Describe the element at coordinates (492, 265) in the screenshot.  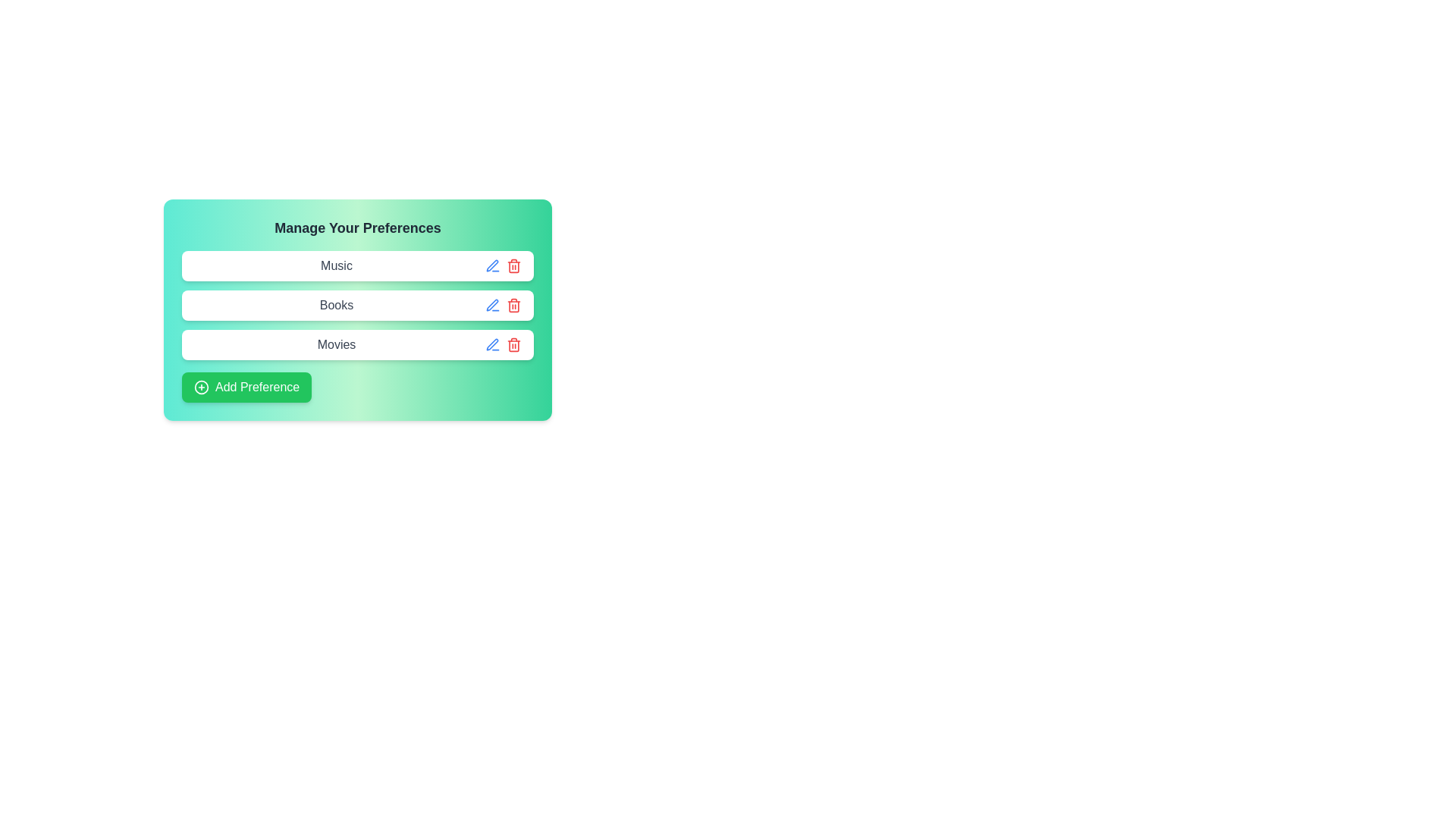
I see `the edit button for the preference tag Music to enable editing` at that location.